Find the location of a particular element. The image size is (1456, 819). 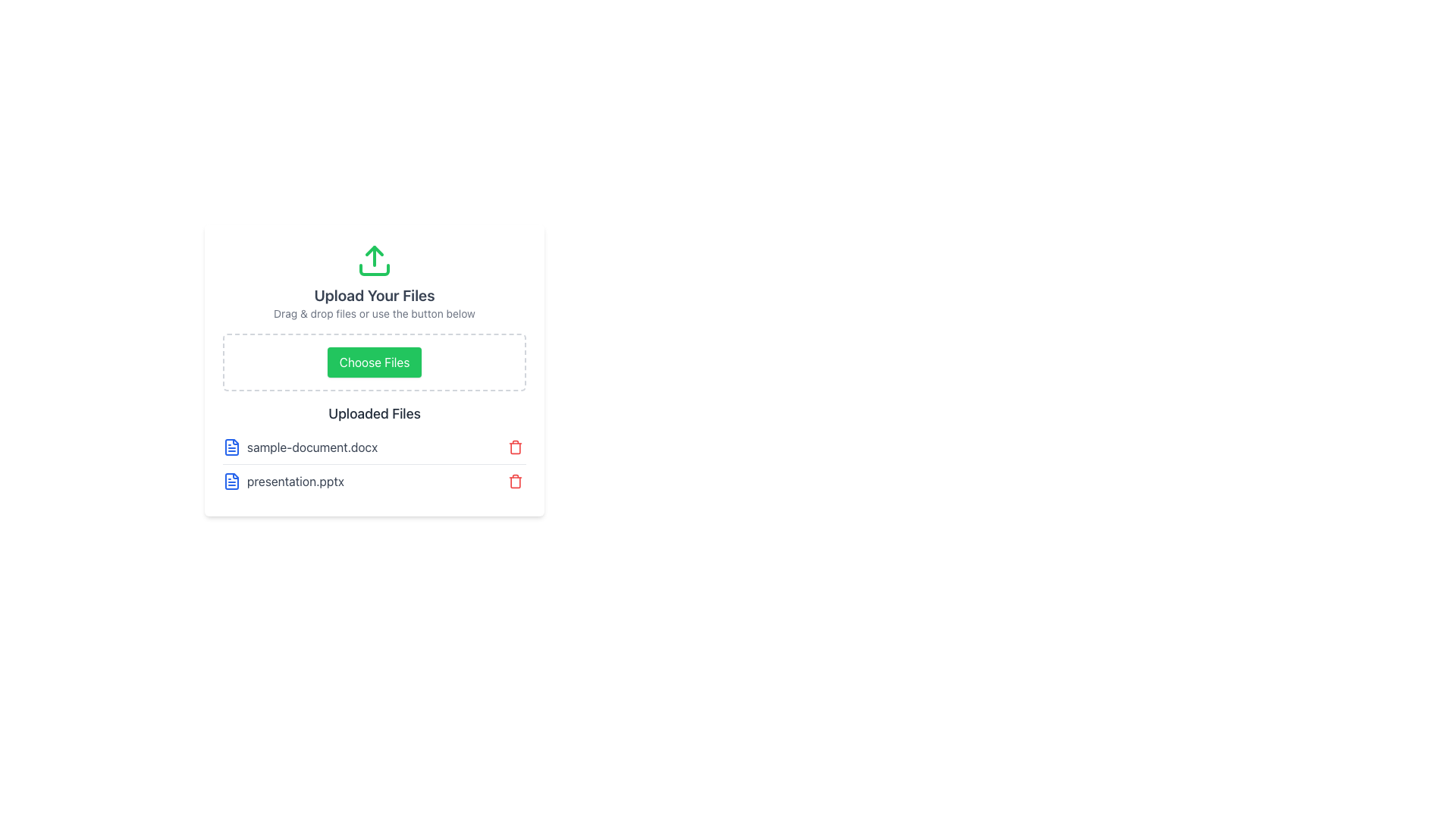

the file named 'presentation.pptx', which is the second item in the uploaded files list under the 'Uploaded Files' section is located at coordinates (375, 463).